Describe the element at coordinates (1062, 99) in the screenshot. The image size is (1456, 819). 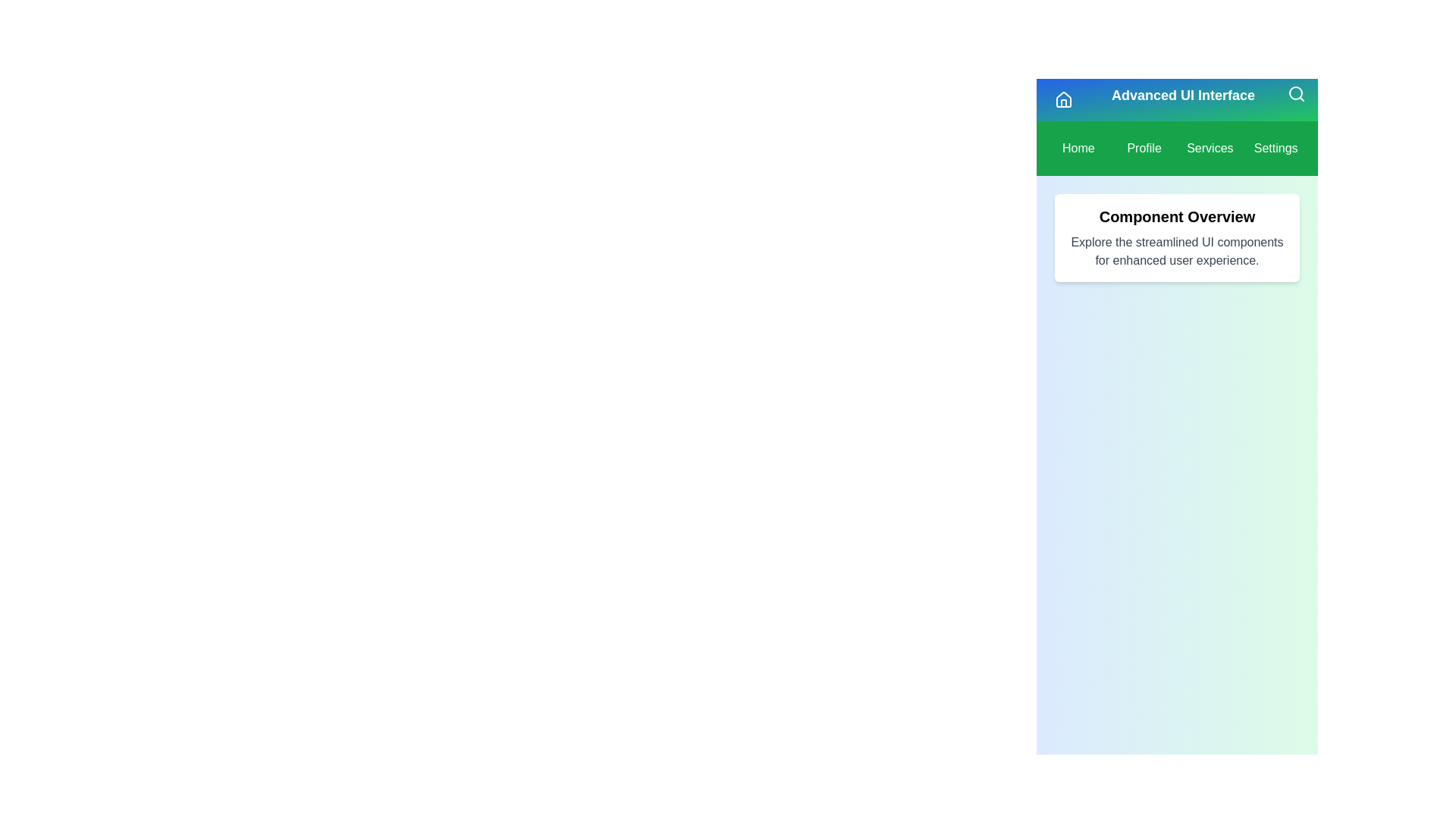
I see `the menu button to toggle the menu visibility` at that location.